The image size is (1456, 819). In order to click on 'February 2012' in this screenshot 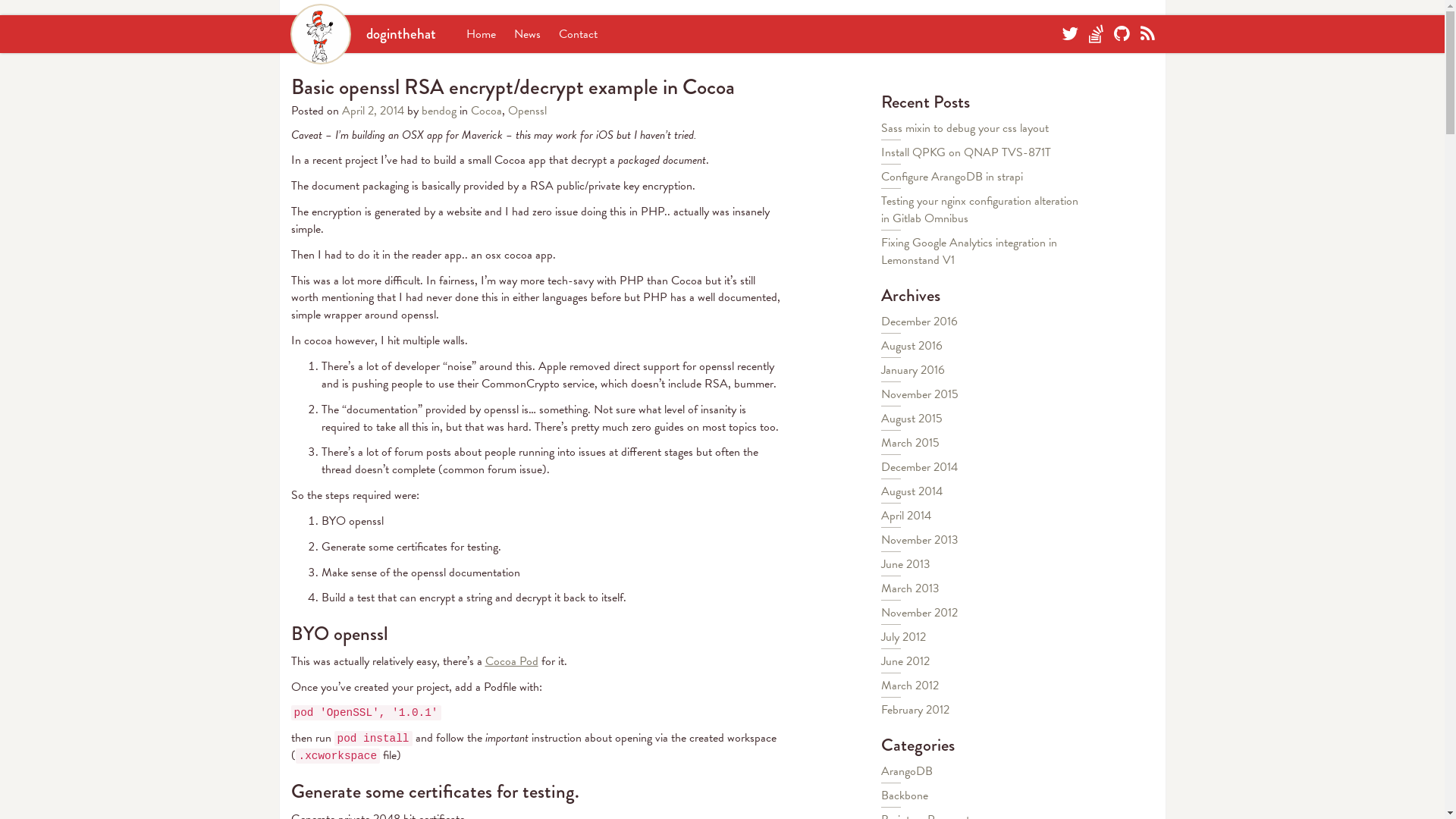, I will do `click(914, 710)`.